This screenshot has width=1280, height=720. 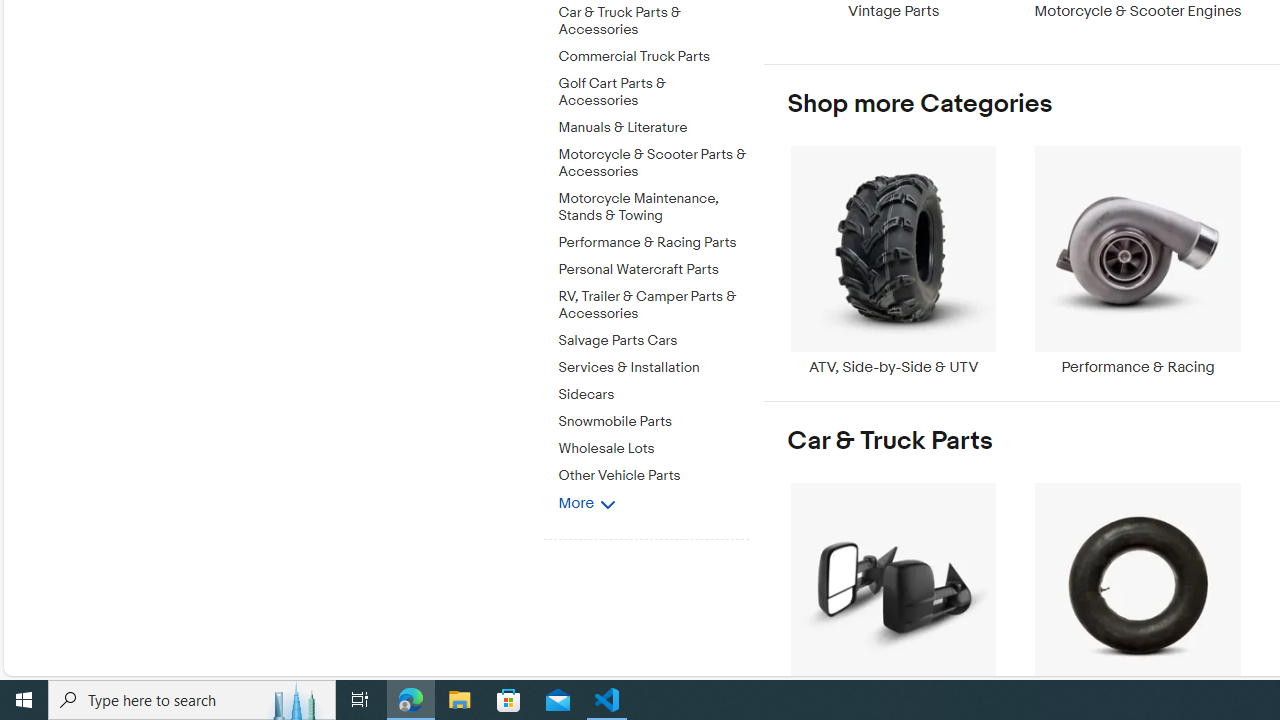 What do you see at coordinates (653, 92) in the screenshot?
I see `'Golf Cart Parts & Accessories'` at bounding box center [653, 92].